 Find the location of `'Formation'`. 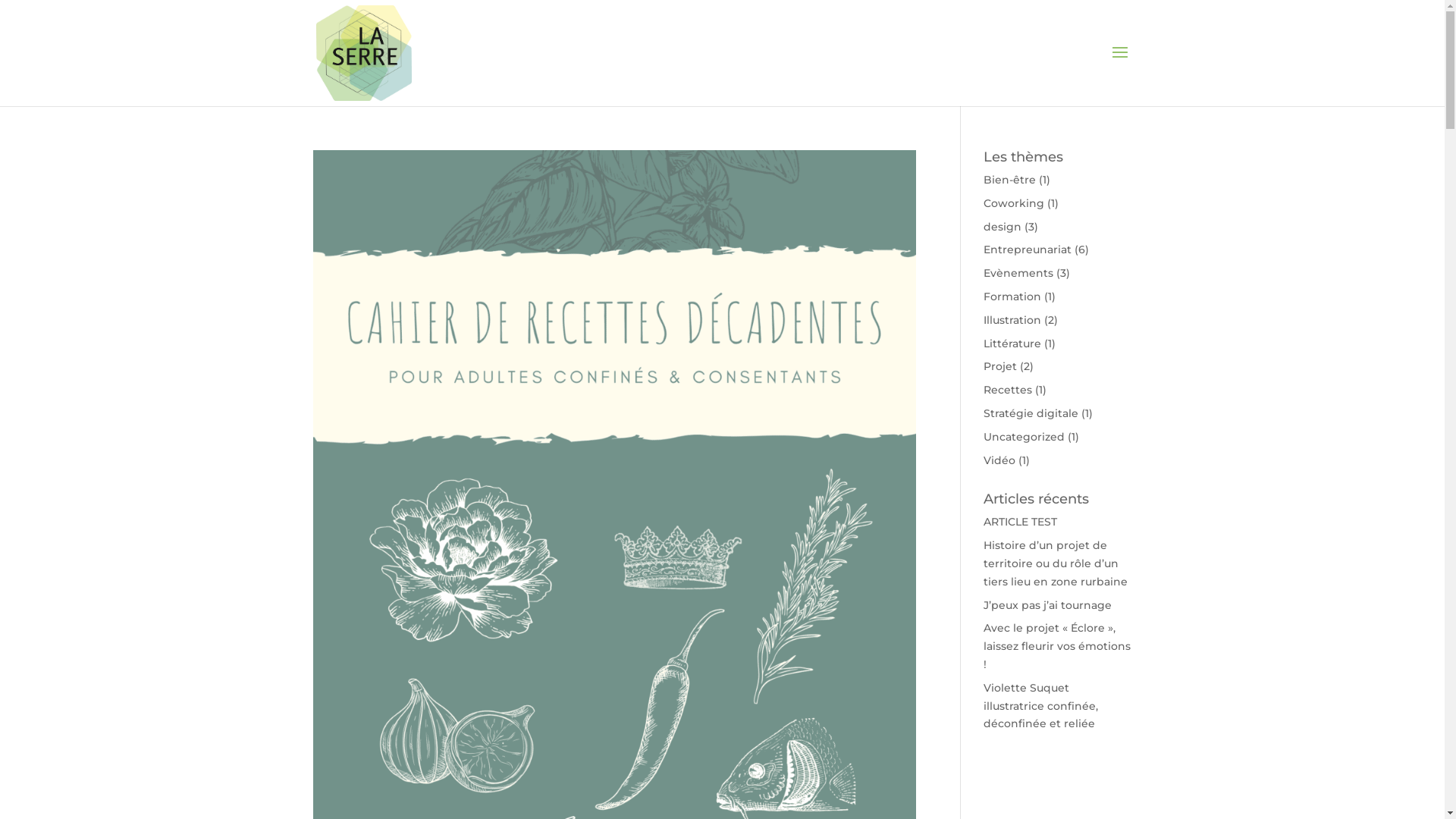

'Formation' is located at coordinates (1012, 296).